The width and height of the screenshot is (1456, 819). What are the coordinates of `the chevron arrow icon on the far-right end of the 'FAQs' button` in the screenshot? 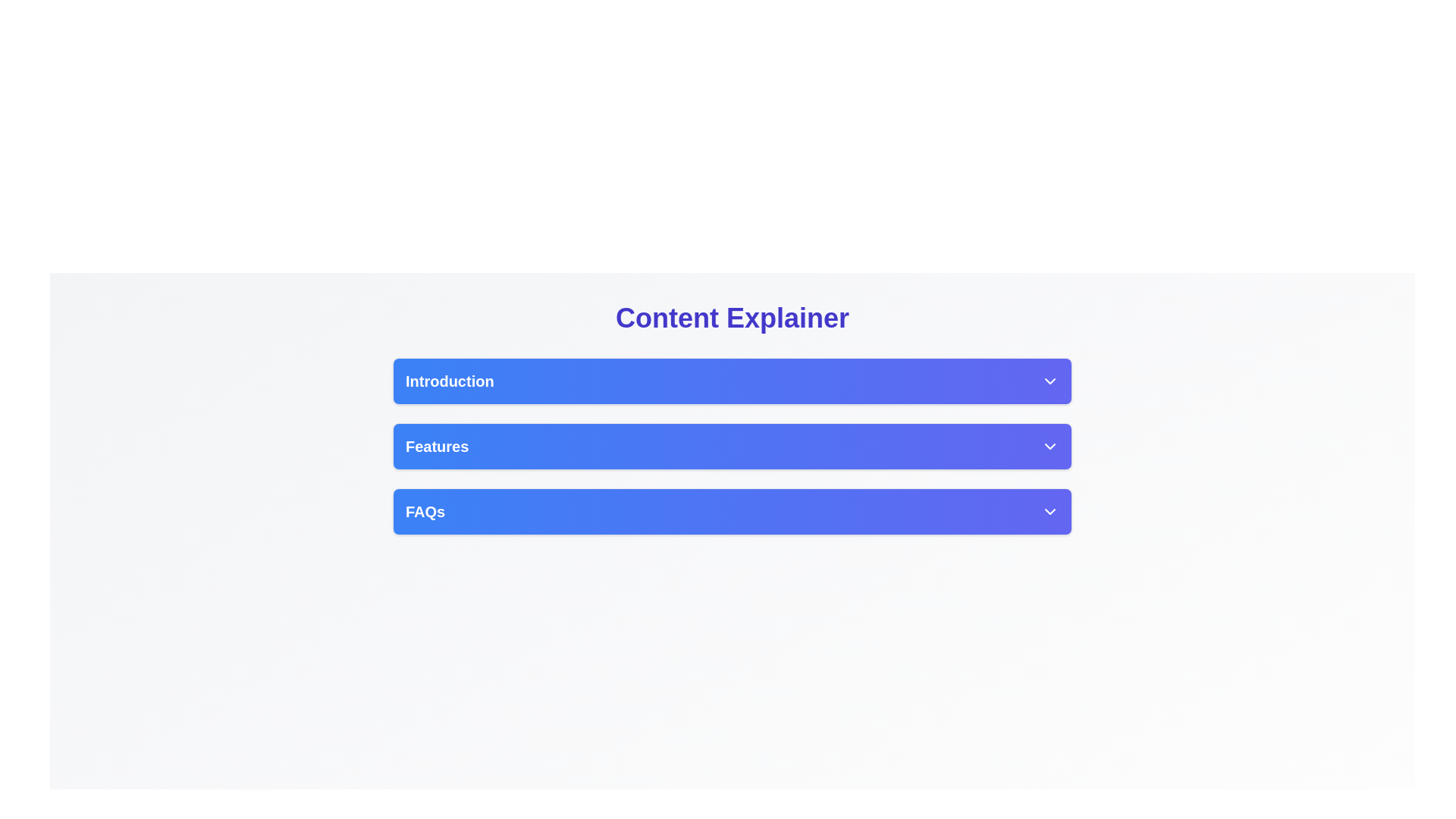 It's located at (1050, 512).